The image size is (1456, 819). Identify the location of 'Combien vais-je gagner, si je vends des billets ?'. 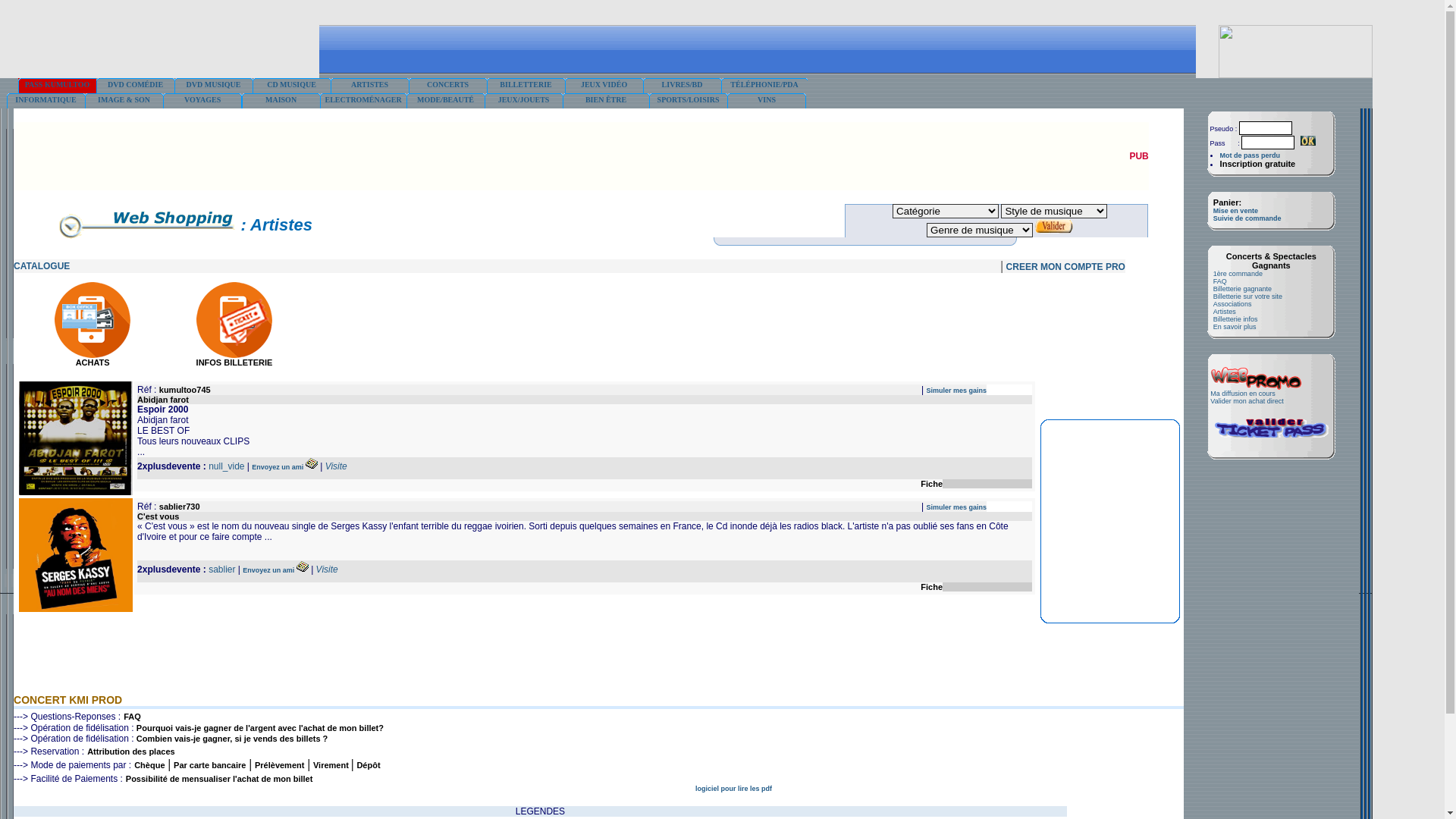
(231, 738).